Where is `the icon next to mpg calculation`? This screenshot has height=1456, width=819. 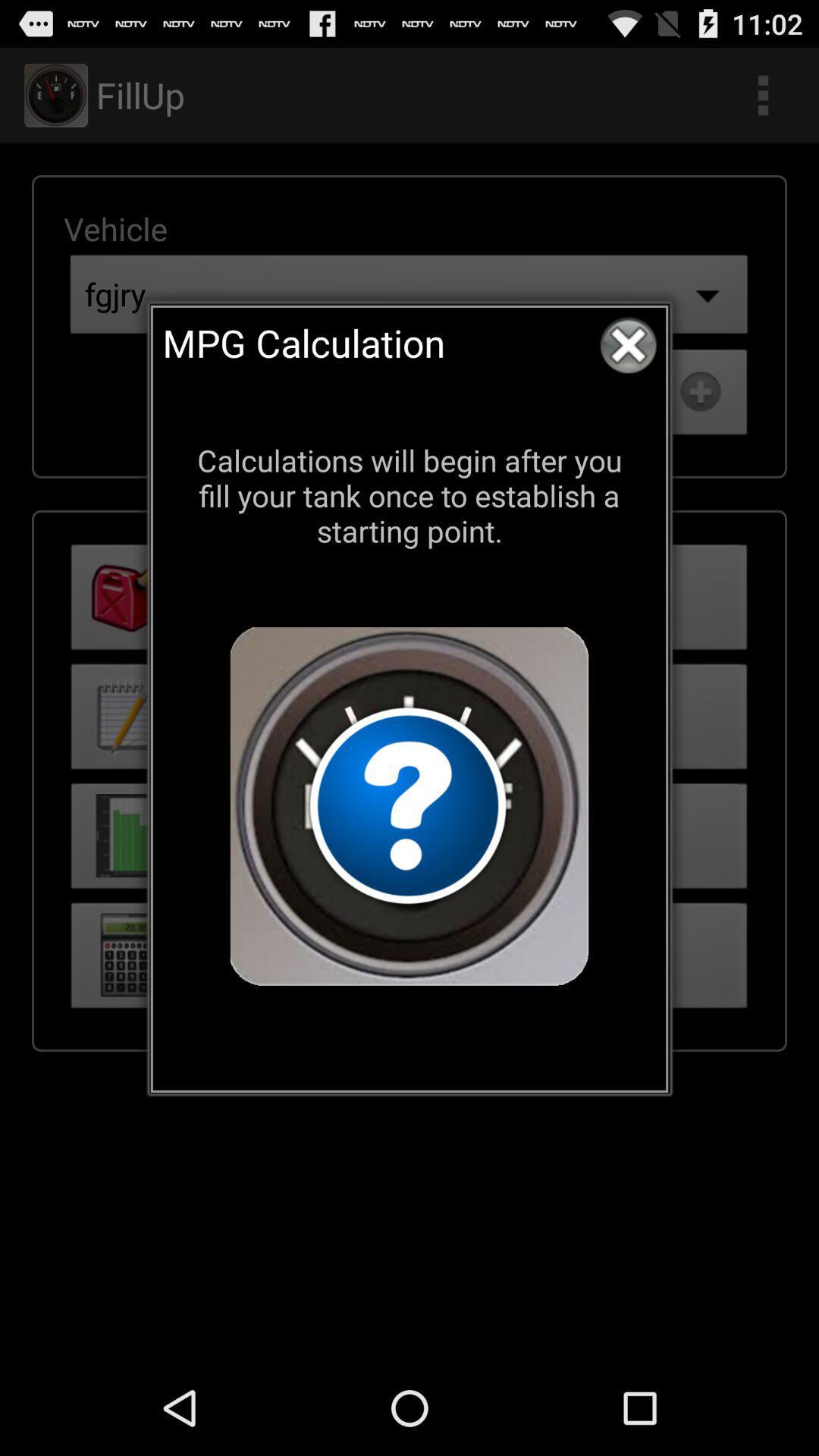 the icon next to mpg calculation is located at coordinates (628, 344).